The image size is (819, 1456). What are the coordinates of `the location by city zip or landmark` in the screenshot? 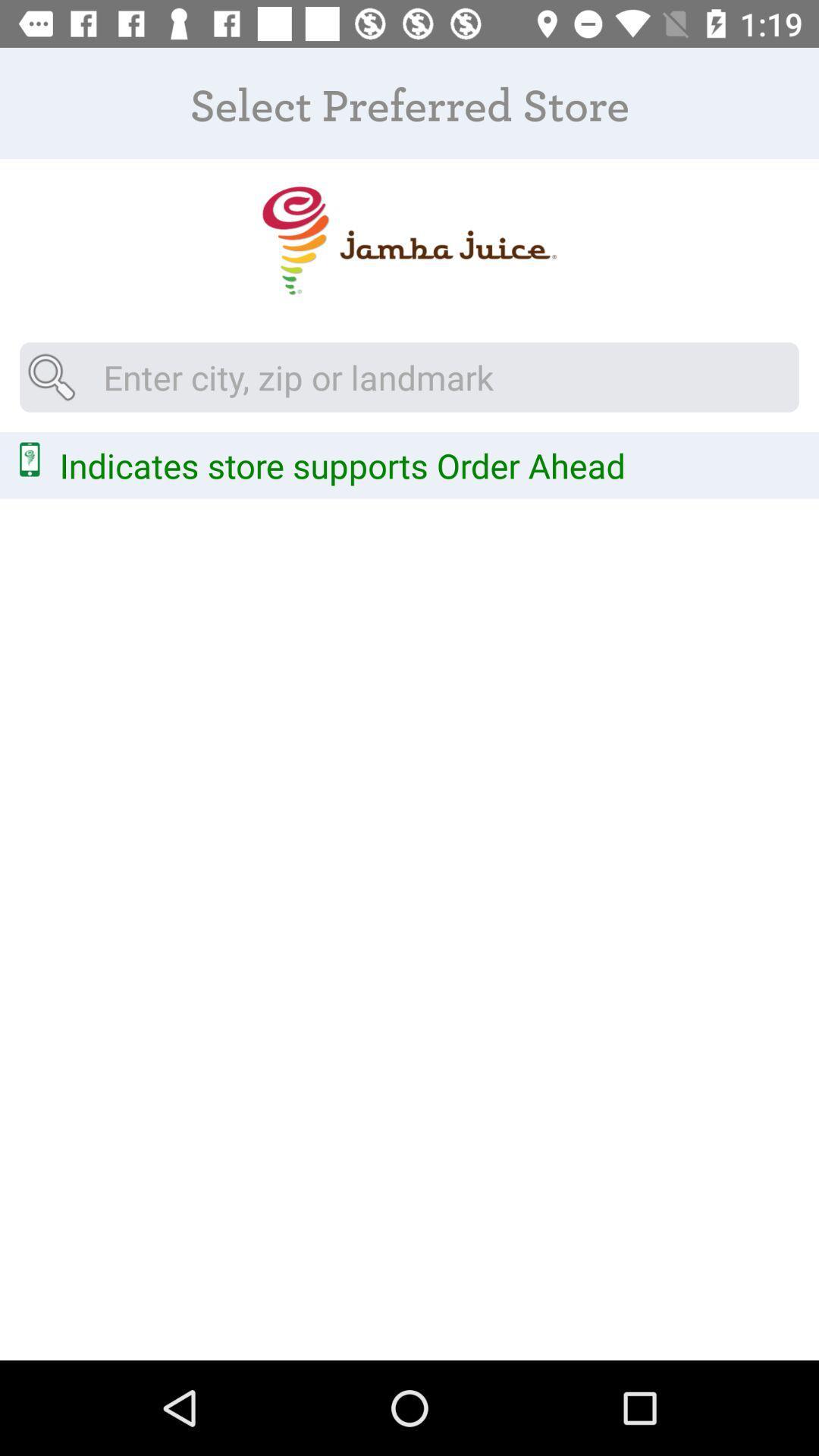 It's located at (409, 377).